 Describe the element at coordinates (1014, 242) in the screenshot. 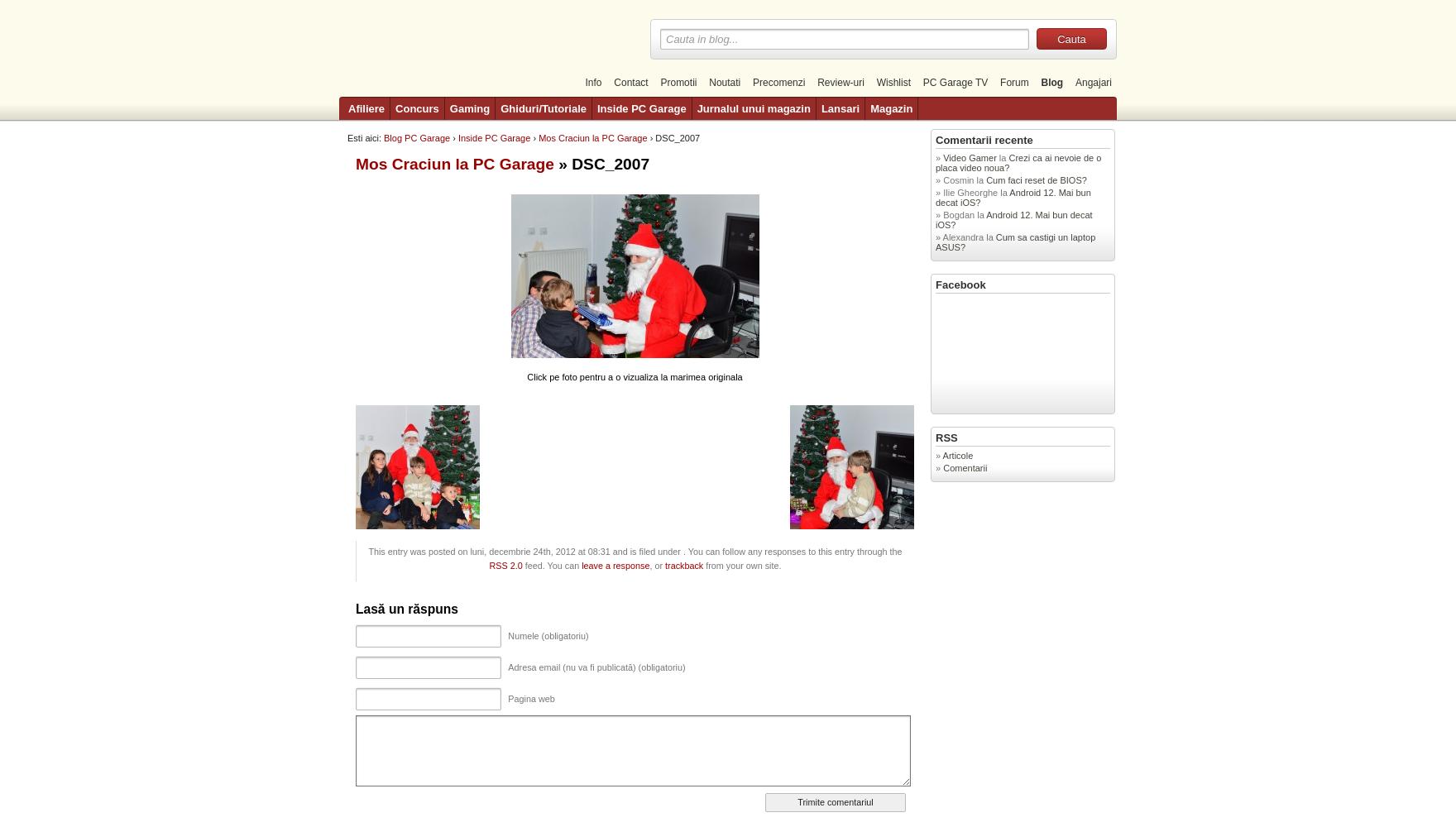

I see `'Cum sa castigi un laptop ASUS?'` at that location.